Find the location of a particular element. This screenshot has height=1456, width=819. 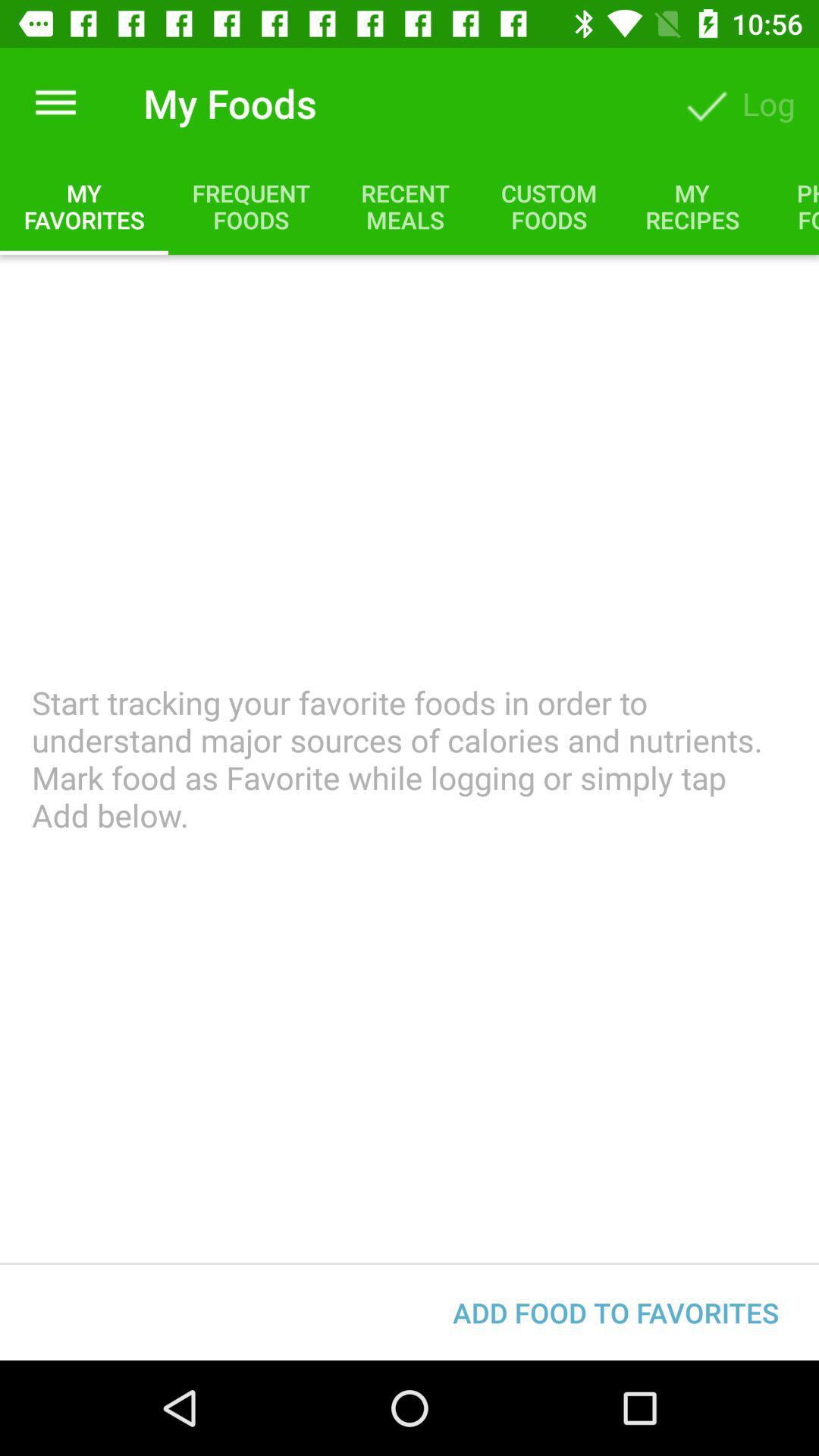

the button below the text is located at coordinates (616, 1312).